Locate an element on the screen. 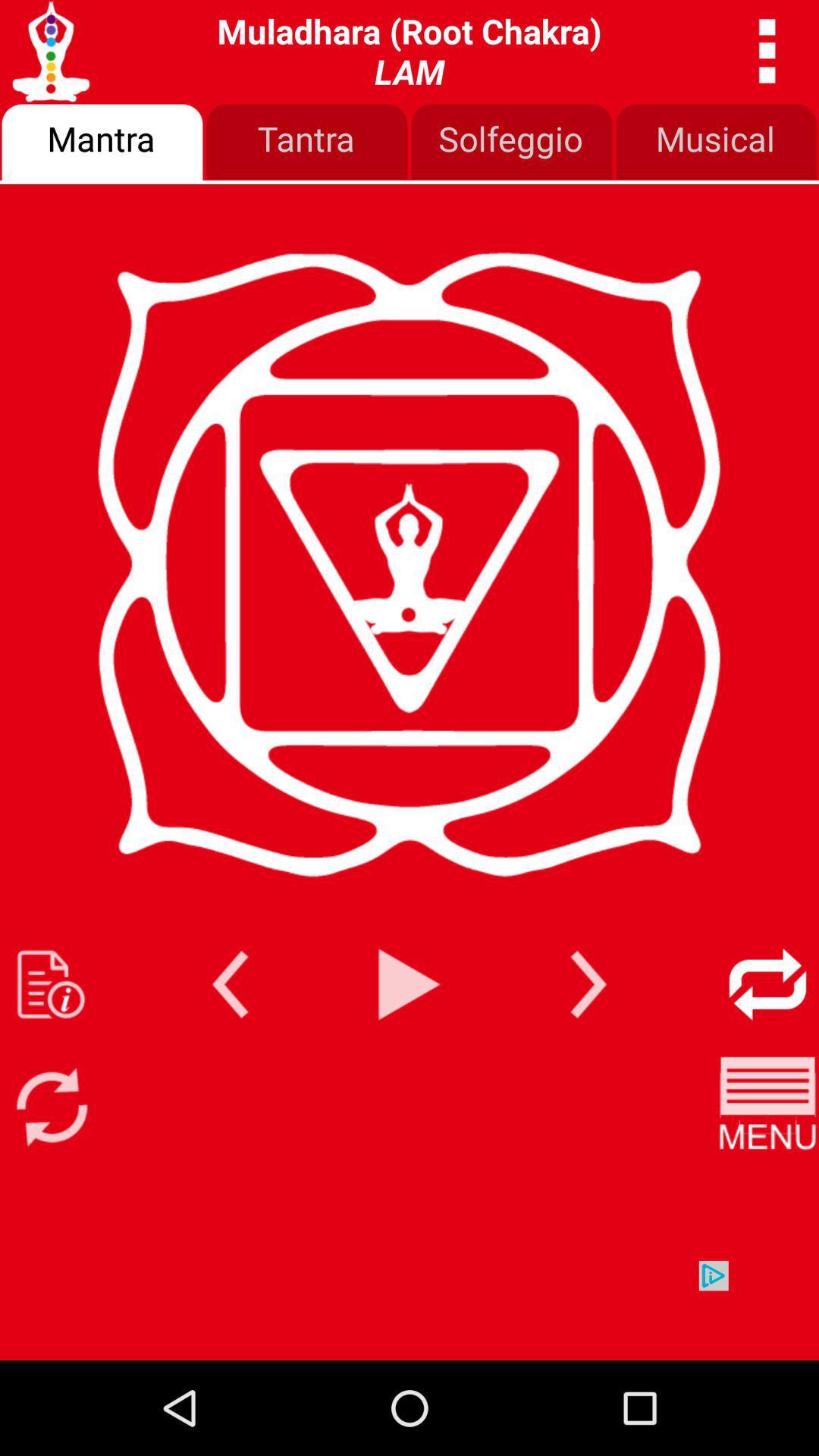 Image resolution: width=819 pixels, height=1456 pixels. the arrow_forward icon is located at coordinates (588, 1053).